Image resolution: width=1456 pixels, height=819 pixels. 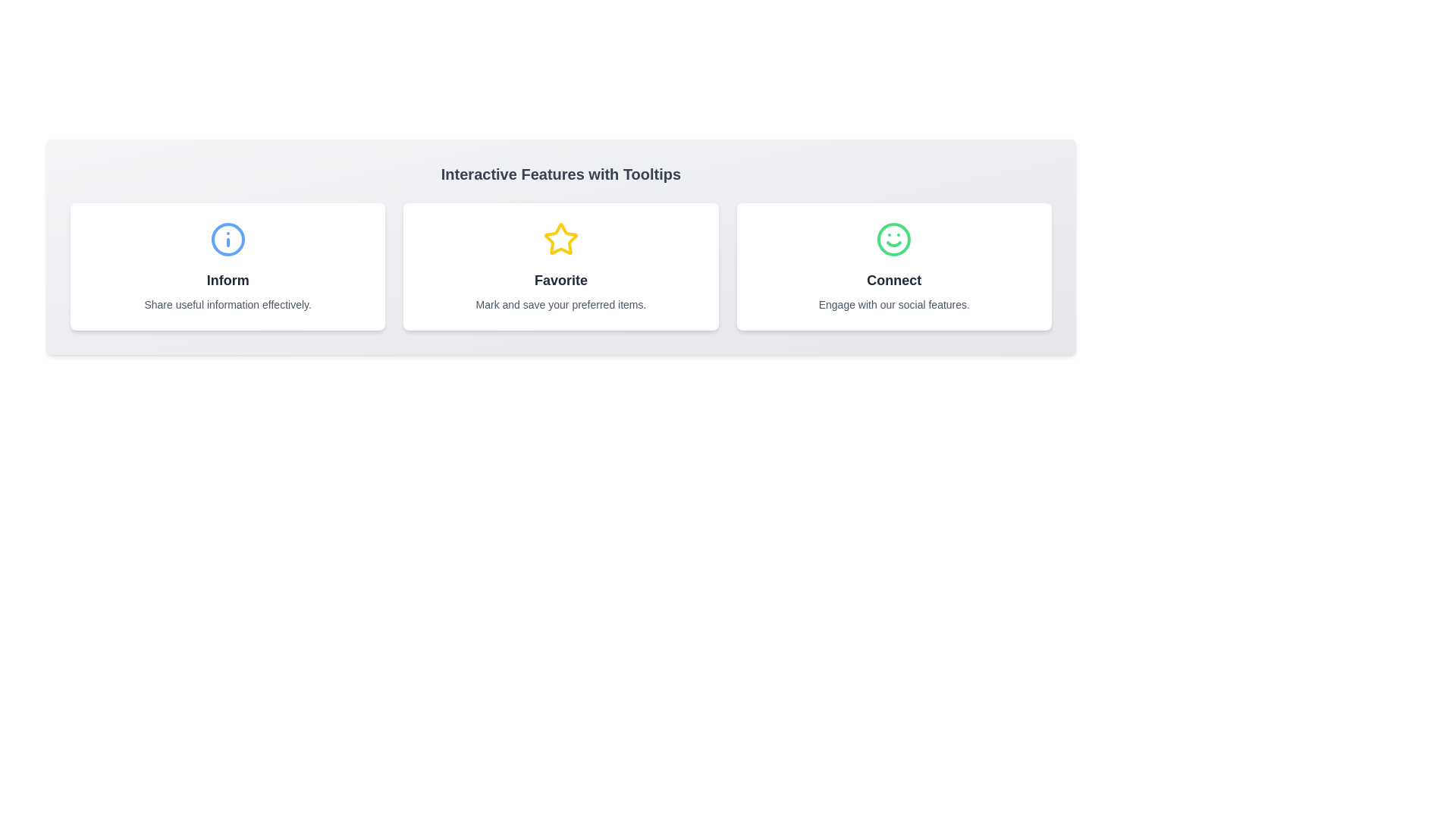 I want to click on the 'Inform' text label element, which is a bold, dark gray label centered below a blue circular information icon in the first card of horizontally aligned cards, so click(x=227, y=281).